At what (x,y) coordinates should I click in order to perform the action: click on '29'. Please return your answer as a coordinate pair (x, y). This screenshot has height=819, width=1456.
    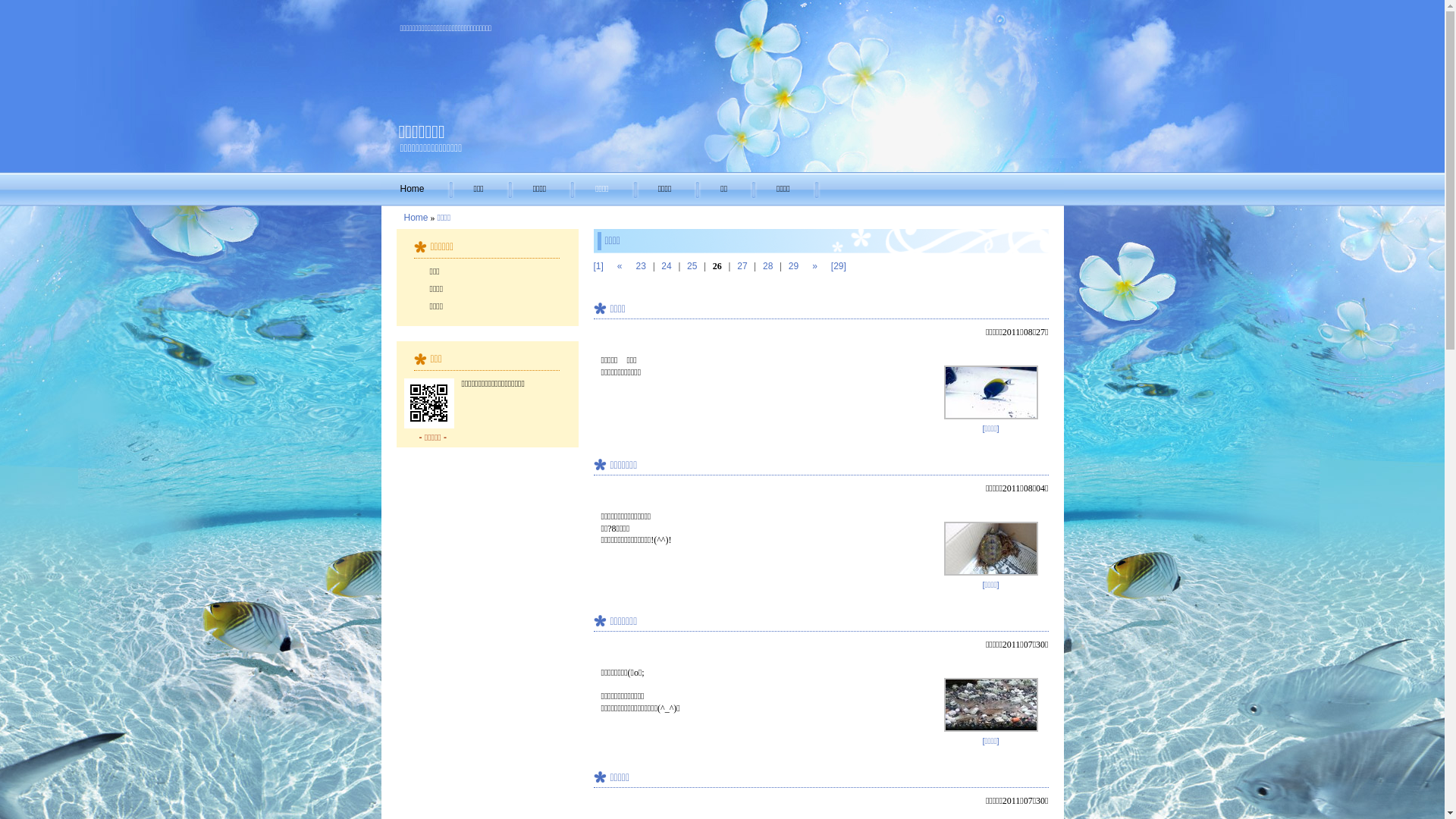
    Looking at the image, I should click on (789, 265).